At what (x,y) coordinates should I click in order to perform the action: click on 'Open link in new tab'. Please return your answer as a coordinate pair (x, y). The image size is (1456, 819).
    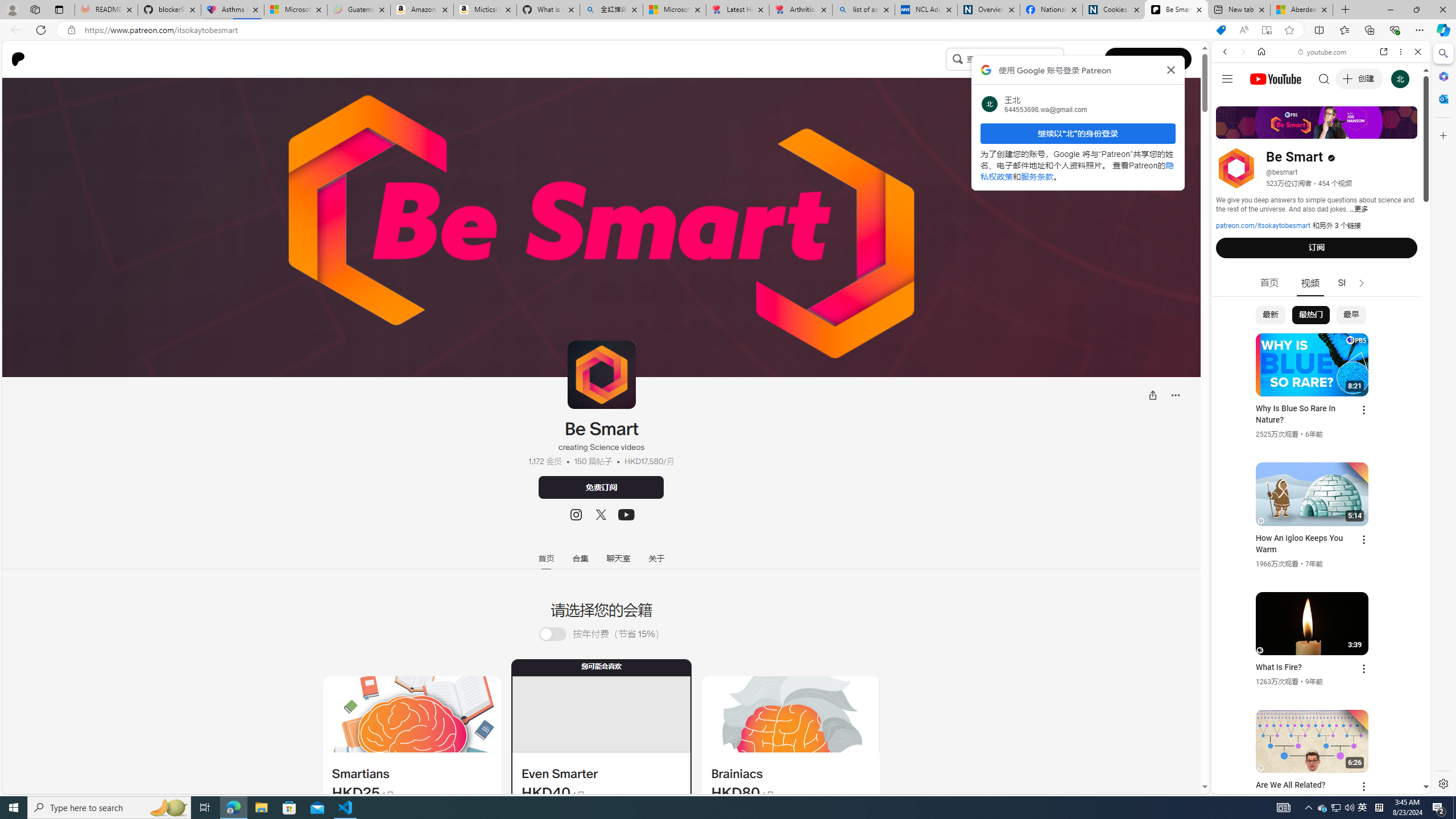
    Looking at the image, I should click on (1384, 51).